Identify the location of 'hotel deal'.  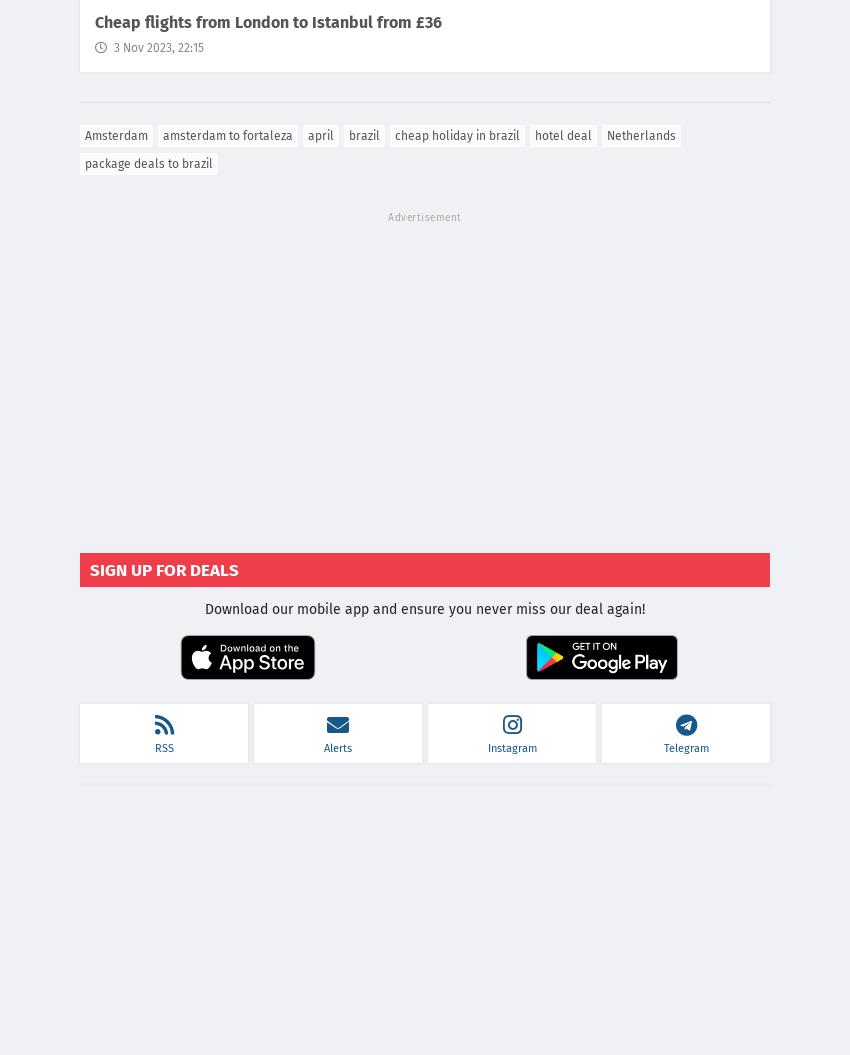
(563, 135).